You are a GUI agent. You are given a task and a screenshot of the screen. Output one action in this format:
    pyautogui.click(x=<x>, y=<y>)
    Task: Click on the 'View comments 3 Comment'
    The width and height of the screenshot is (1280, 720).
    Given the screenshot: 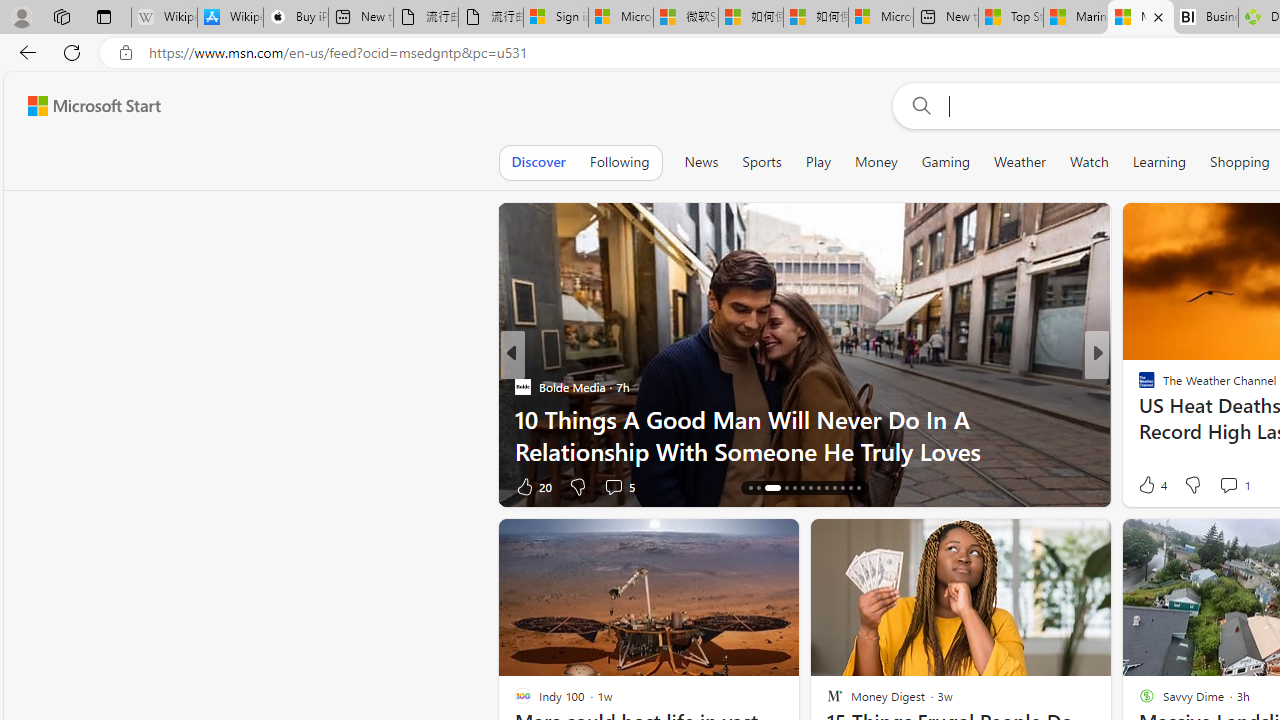 What is the action you would take?
    pyautogui.click(x=1240, y=486)
    